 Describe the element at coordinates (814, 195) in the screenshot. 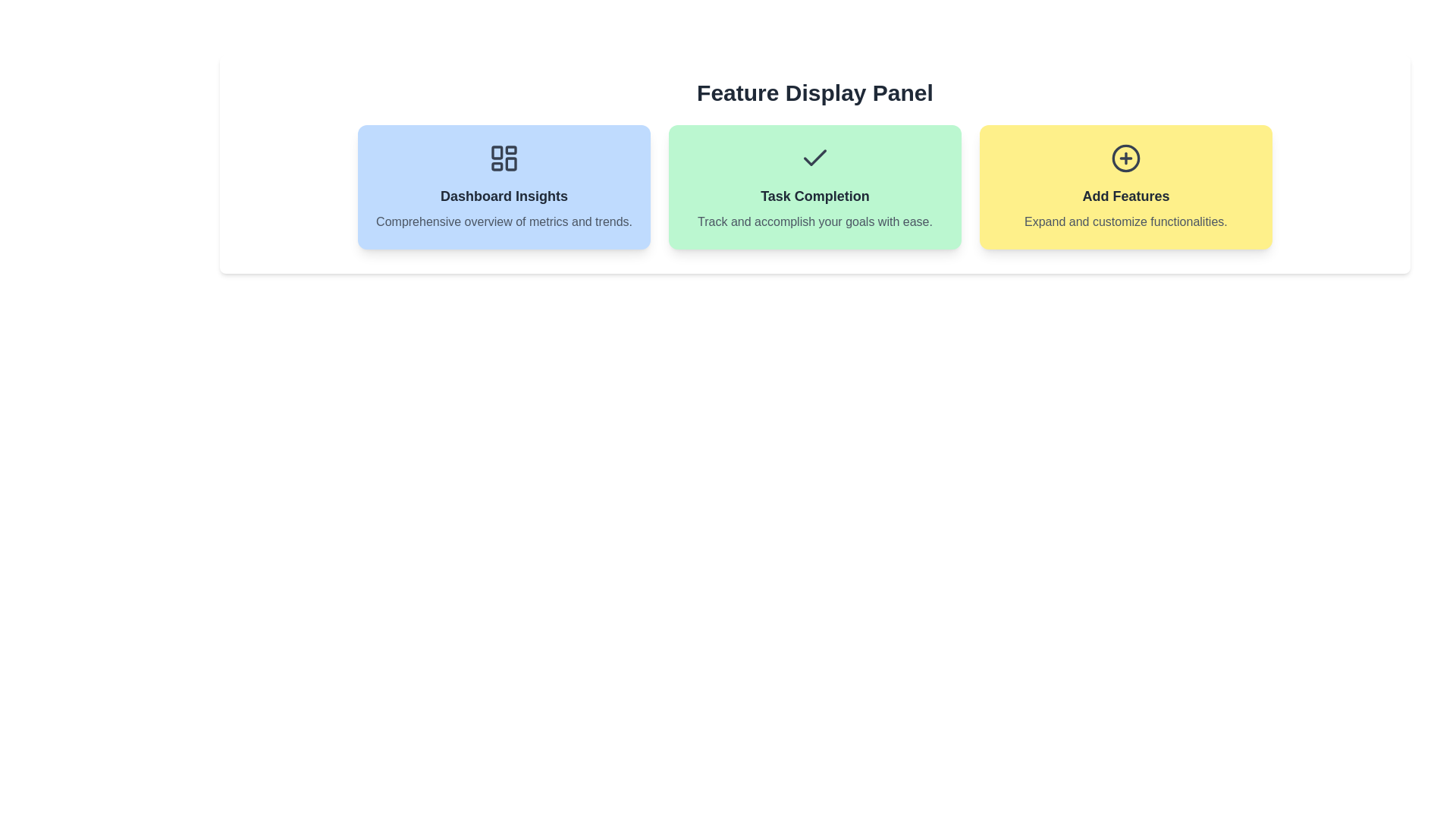

I see `the text label displaying 'Task Completion' which is bold and dark gray against a light green background, located in the middle section of its card` at that location.